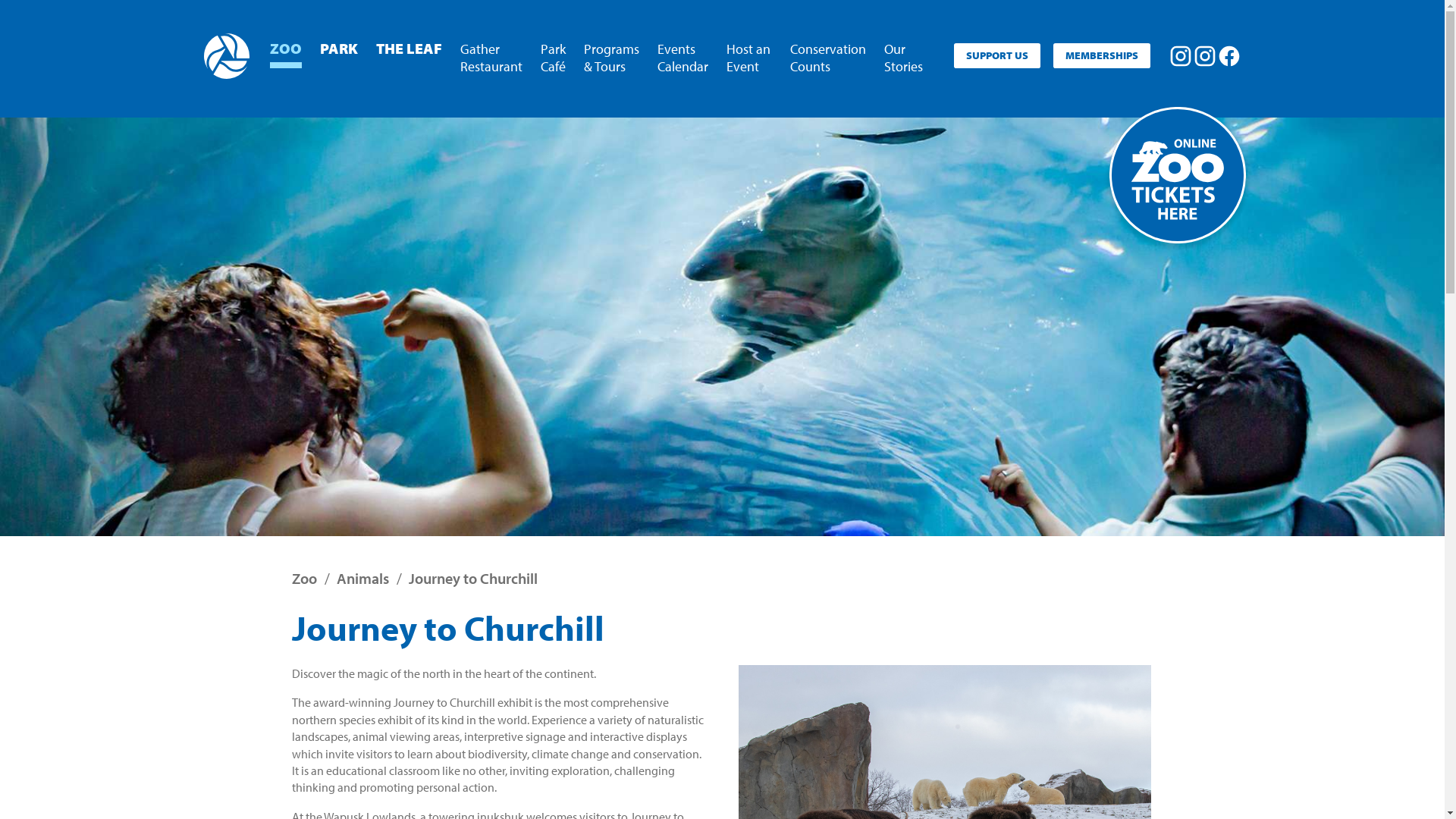  Describe the element at coordinates (303, 578) in the screenshot. I see `'Zoo'` at that location.